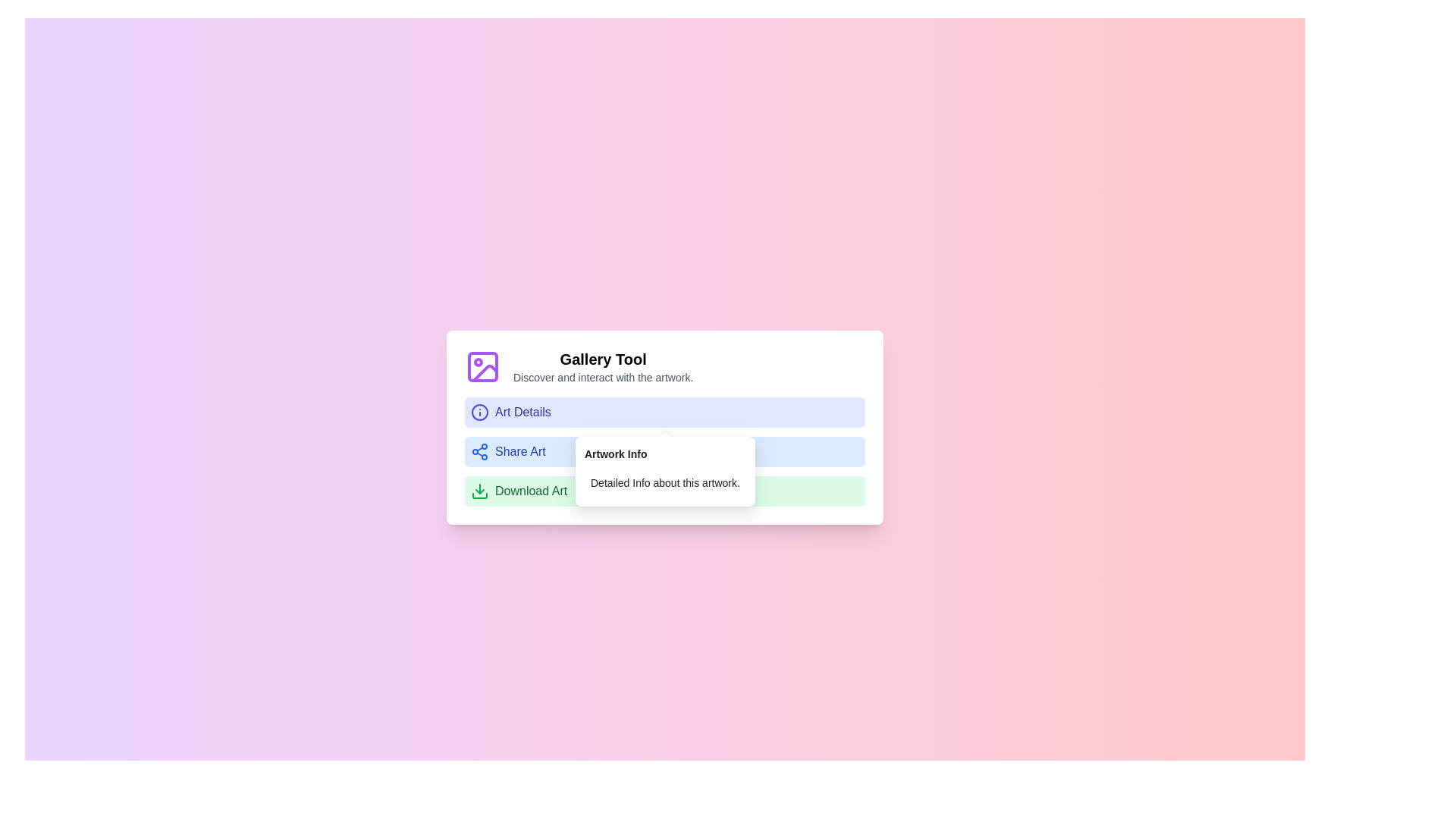 Image resolution: width=1456 pixels, height=819 pixels. Describe the element at coordinates (479, 412) in the screenshot. I see `the circular blue-colored info icon with an 'i' symbol, located to the left of the 'Art Details' button group` at that location.